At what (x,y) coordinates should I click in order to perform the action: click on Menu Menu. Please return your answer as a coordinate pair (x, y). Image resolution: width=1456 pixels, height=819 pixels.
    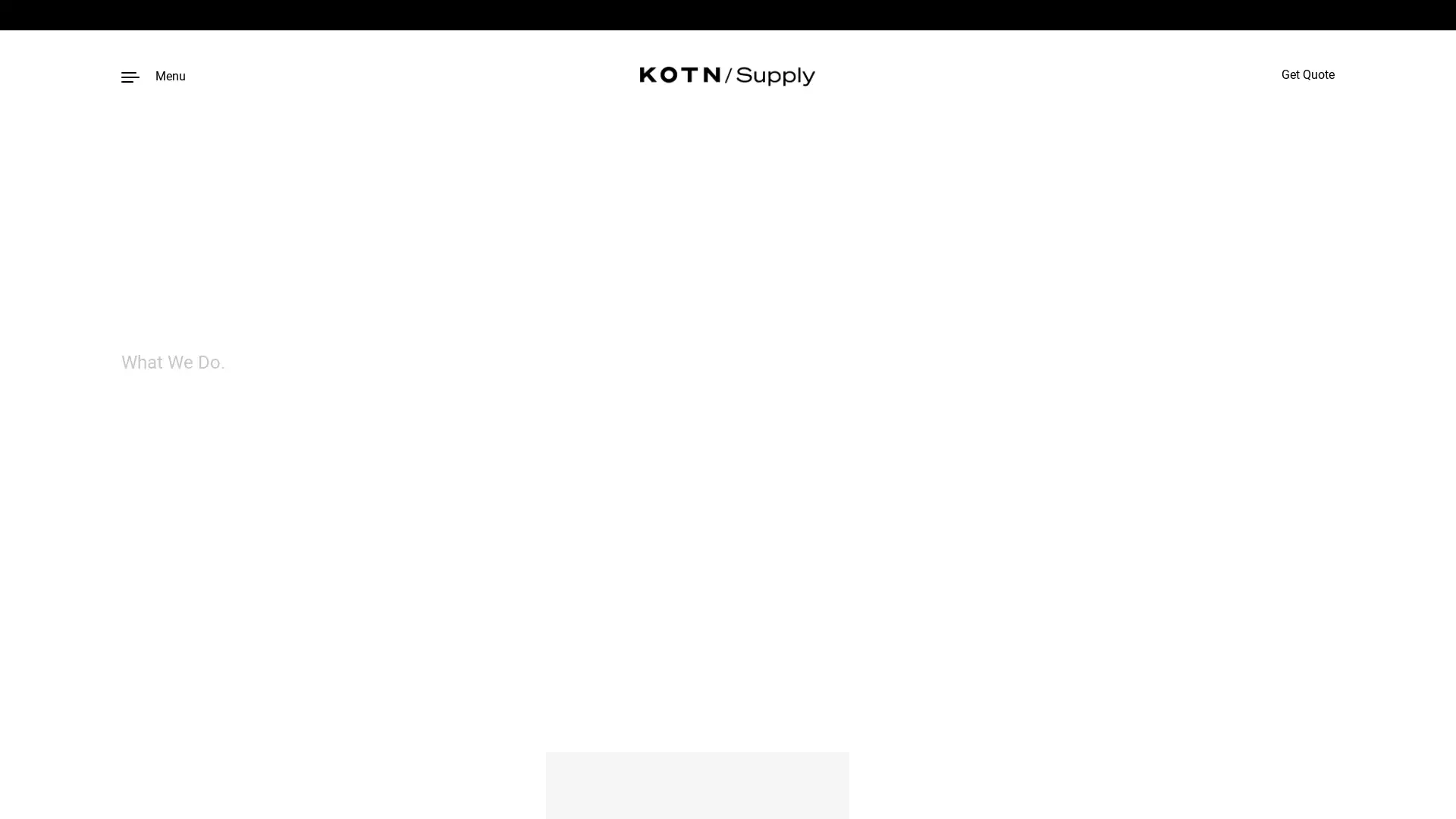
    Looking at the image, I should click on (153, 75).